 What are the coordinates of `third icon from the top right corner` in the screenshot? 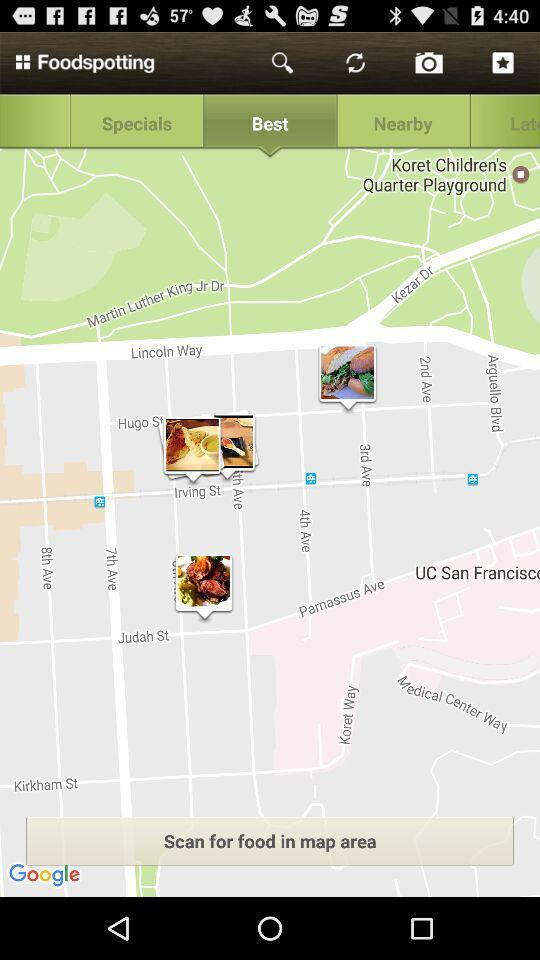 It's located at (355, 63).